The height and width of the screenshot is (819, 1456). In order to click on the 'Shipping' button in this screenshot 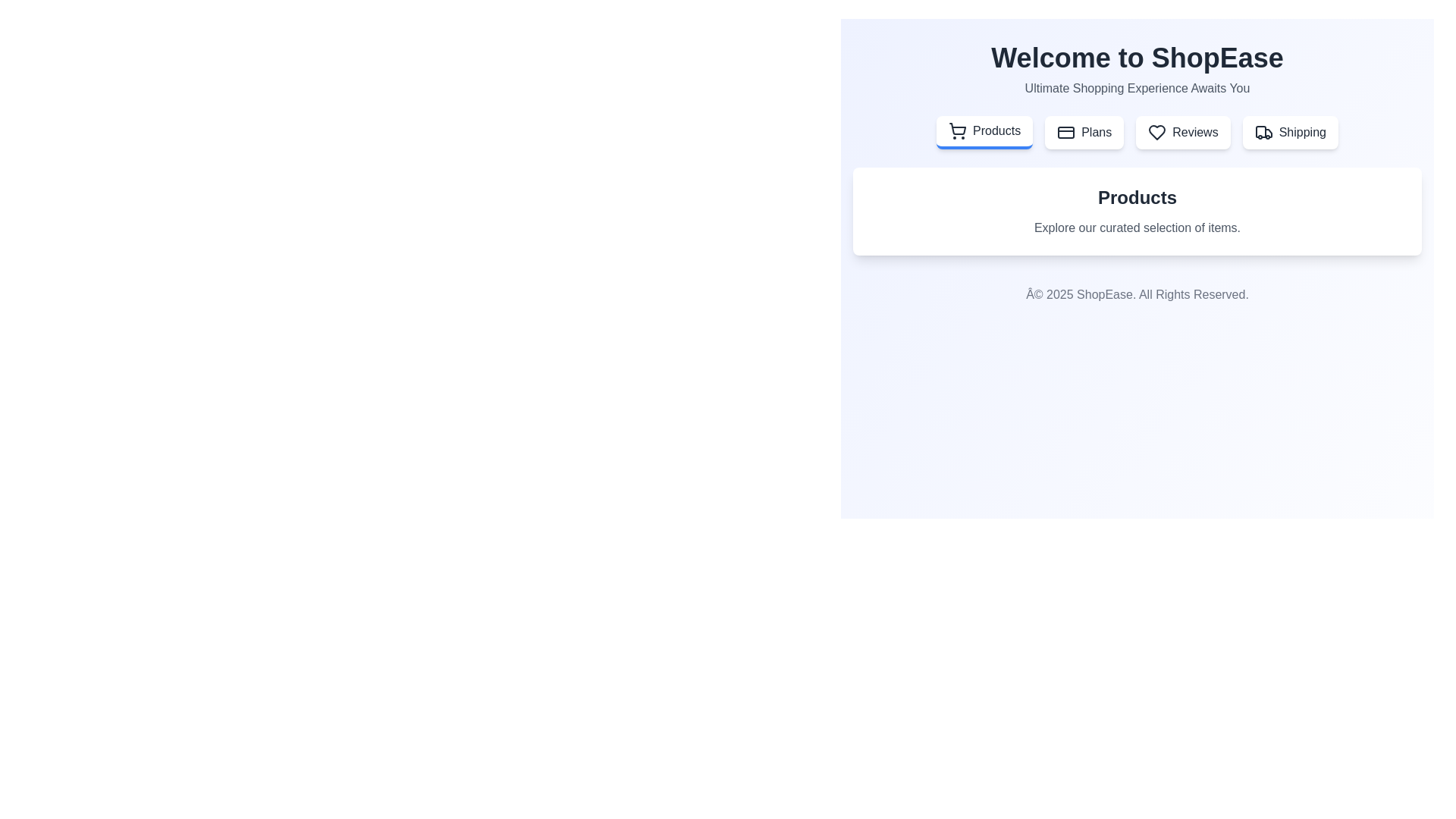, I will do `click(1289, 131)`.